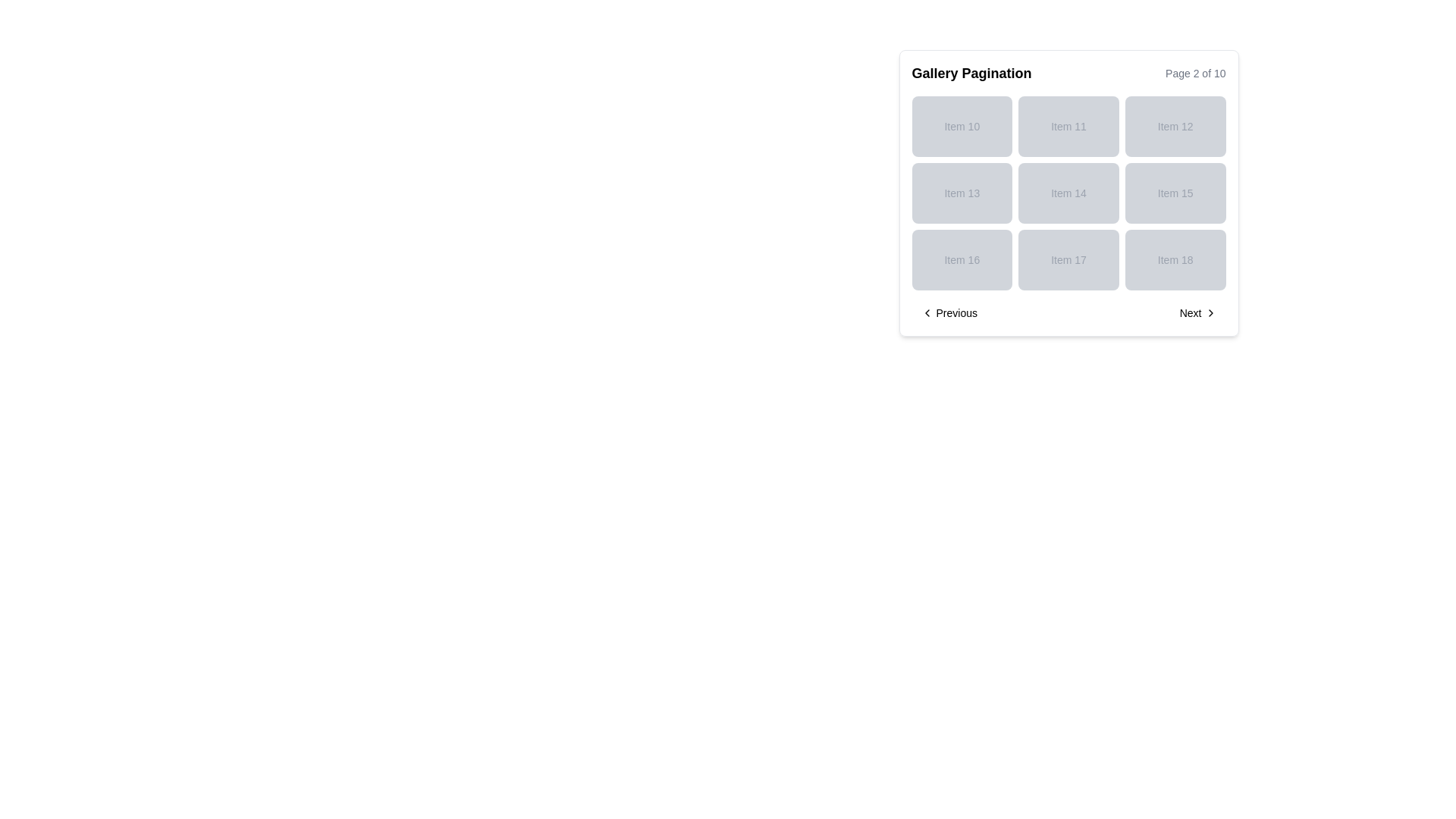 The width and height of the screenshot is (1456, 819). I want to click on the unclickable Text Label located in the second row and second column of the grid layout, so click(1068, 192).